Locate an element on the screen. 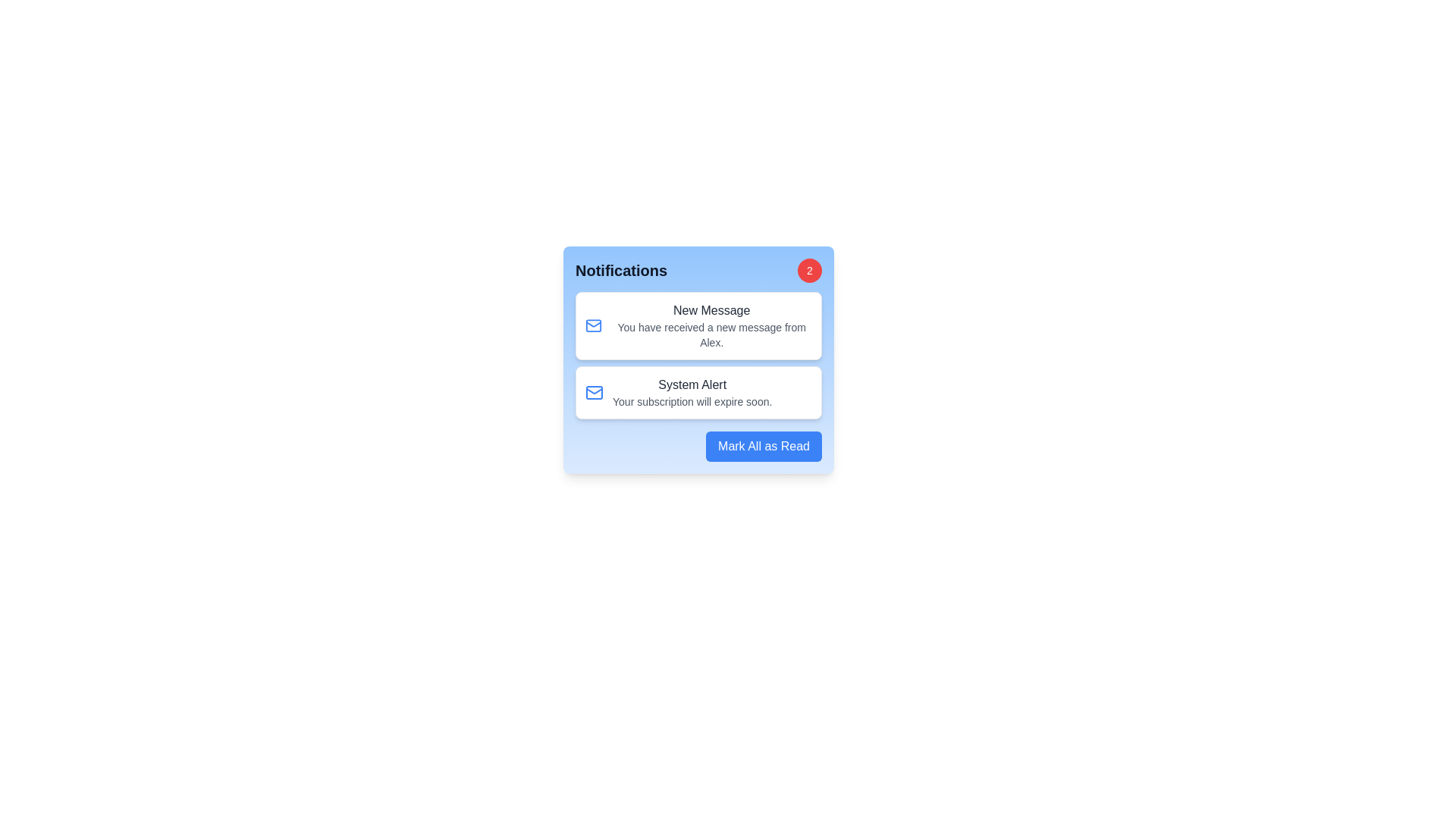 The width and height of the screenshot is (1456, 819). the text snippet reading 'Your subscription will expire soon.' which is styled in gray and located below the 'System Alert' header in the notification card is located at coordinates (692, 400).